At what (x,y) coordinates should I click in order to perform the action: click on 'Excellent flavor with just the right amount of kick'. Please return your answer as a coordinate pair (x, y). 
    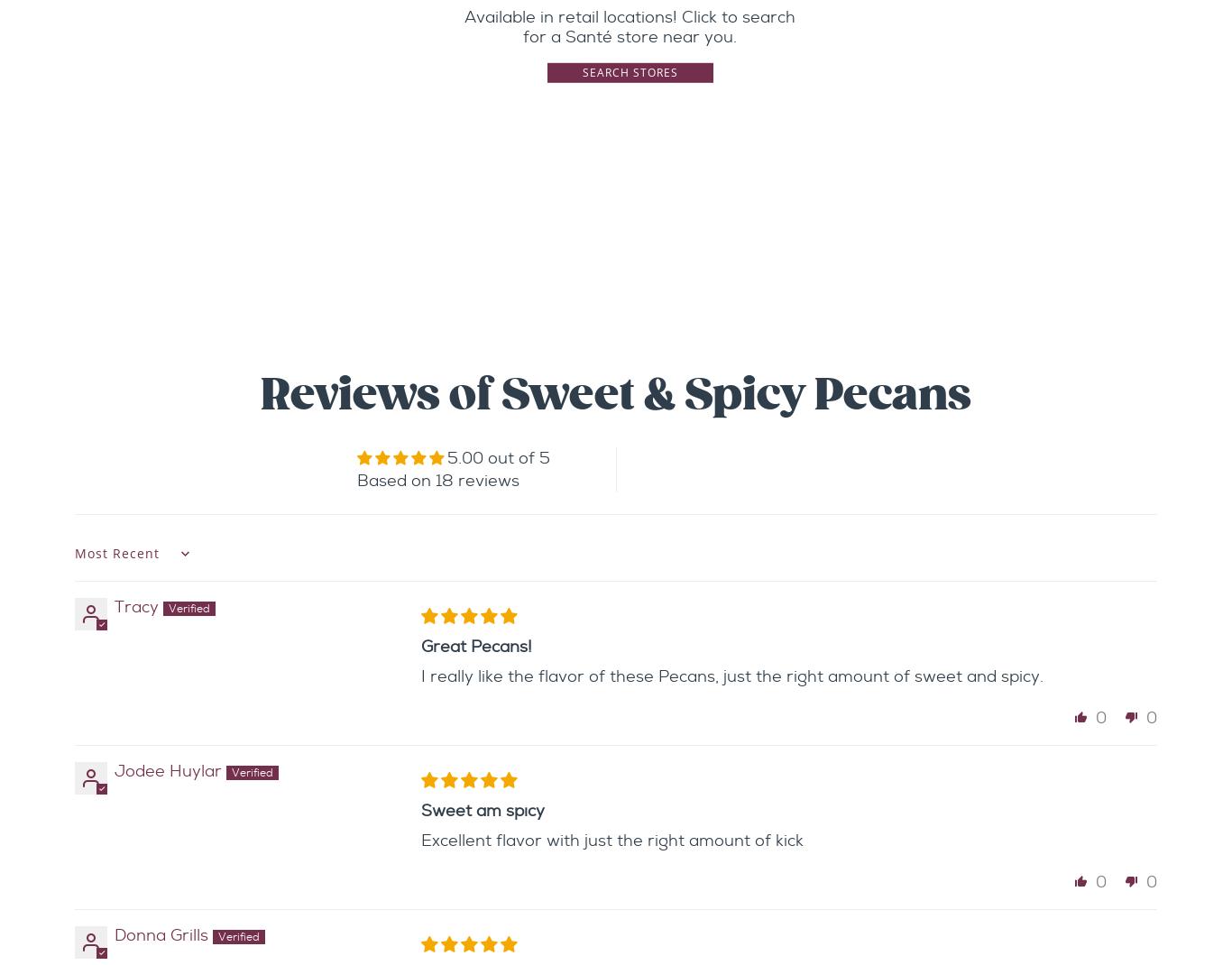
    Looking at the image, I should click on (611, 839).